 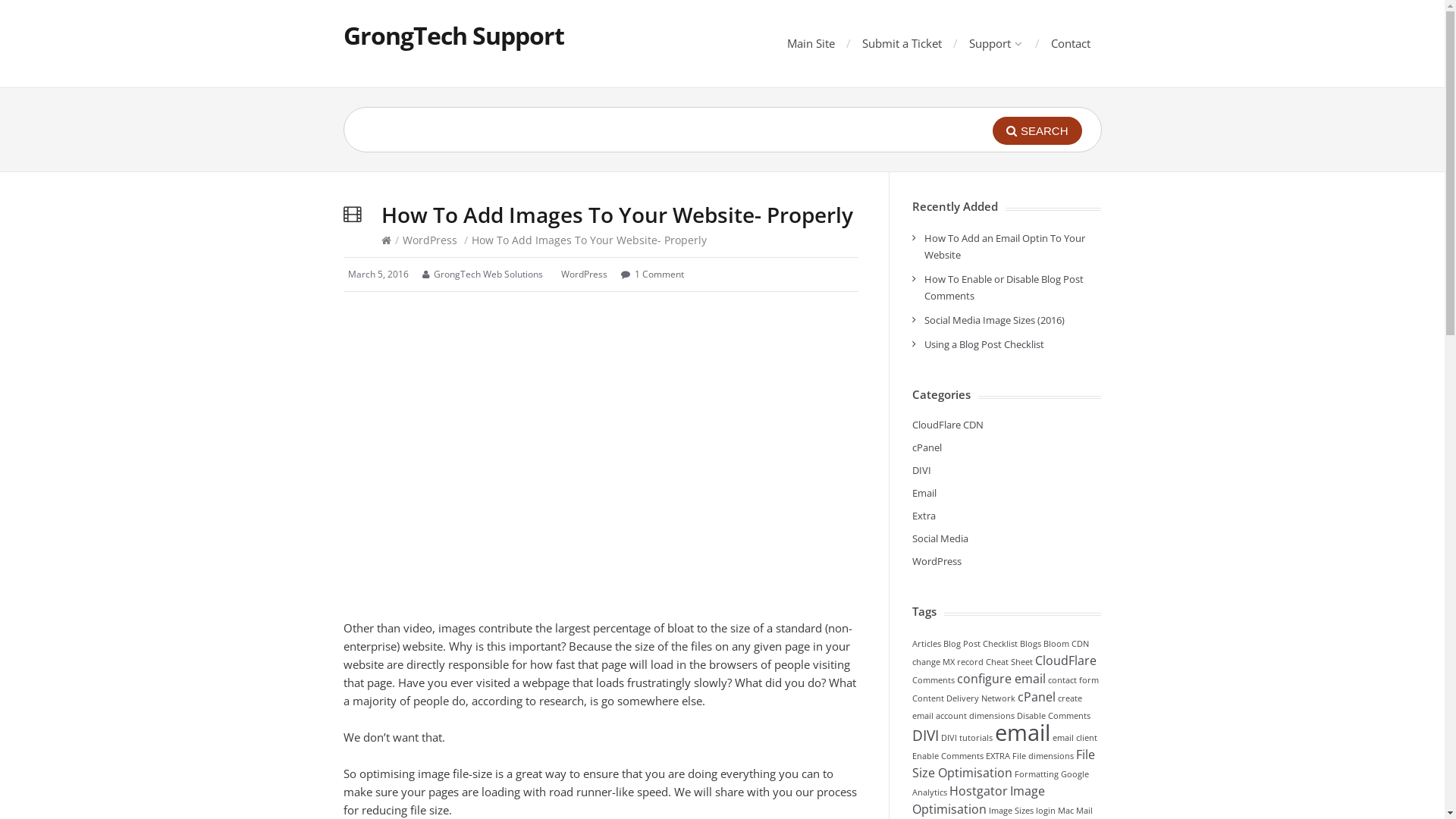 I want to click on 'Blogs', so click(x=1019, y=643).